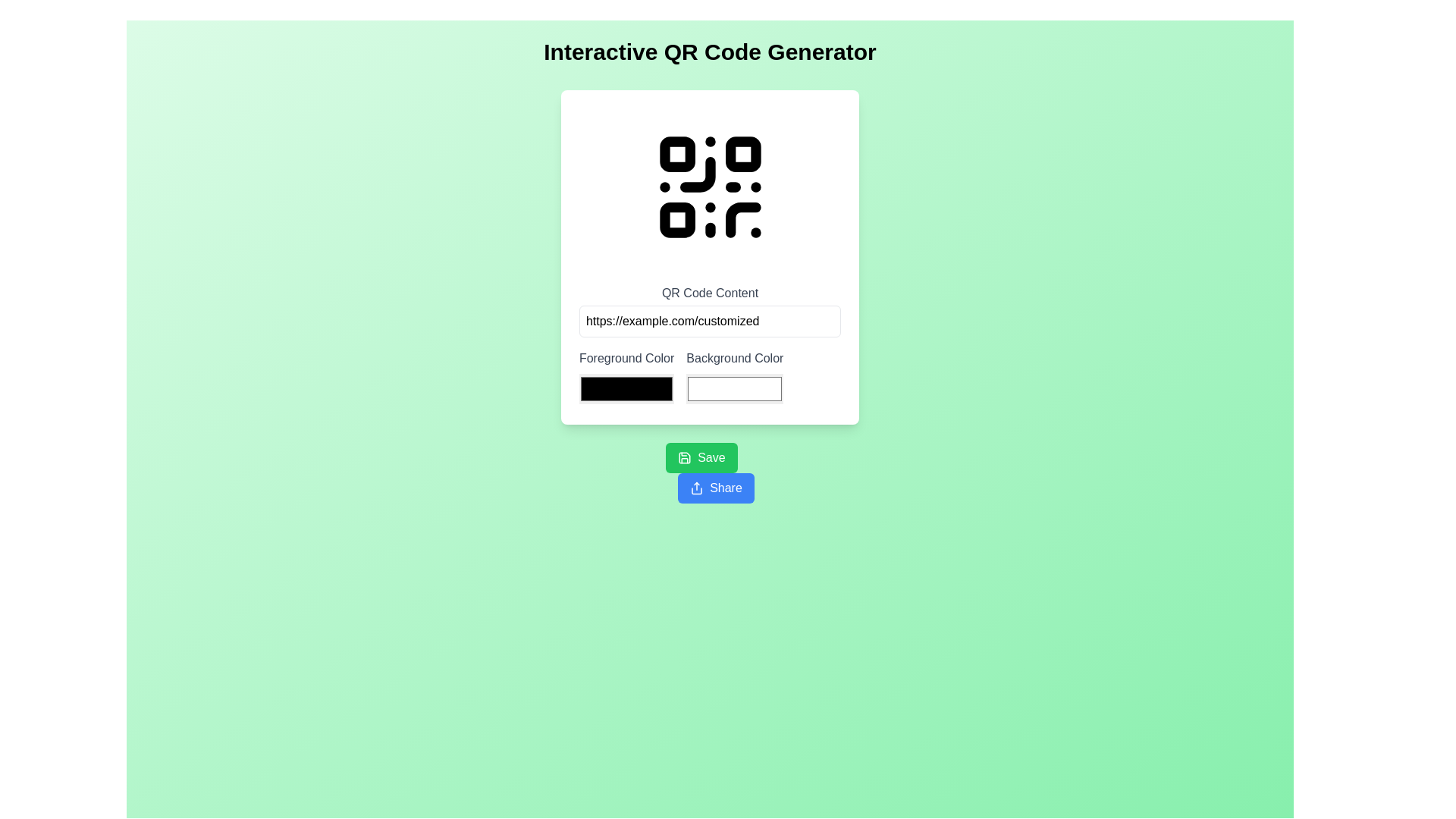  What do you see at coordinates (701, 457) in the screenshot?
I see `the green 'Save' button with rounded edges, which contains a white floppy disk icon and the text 'Save'` at bounding box center [701, 457].